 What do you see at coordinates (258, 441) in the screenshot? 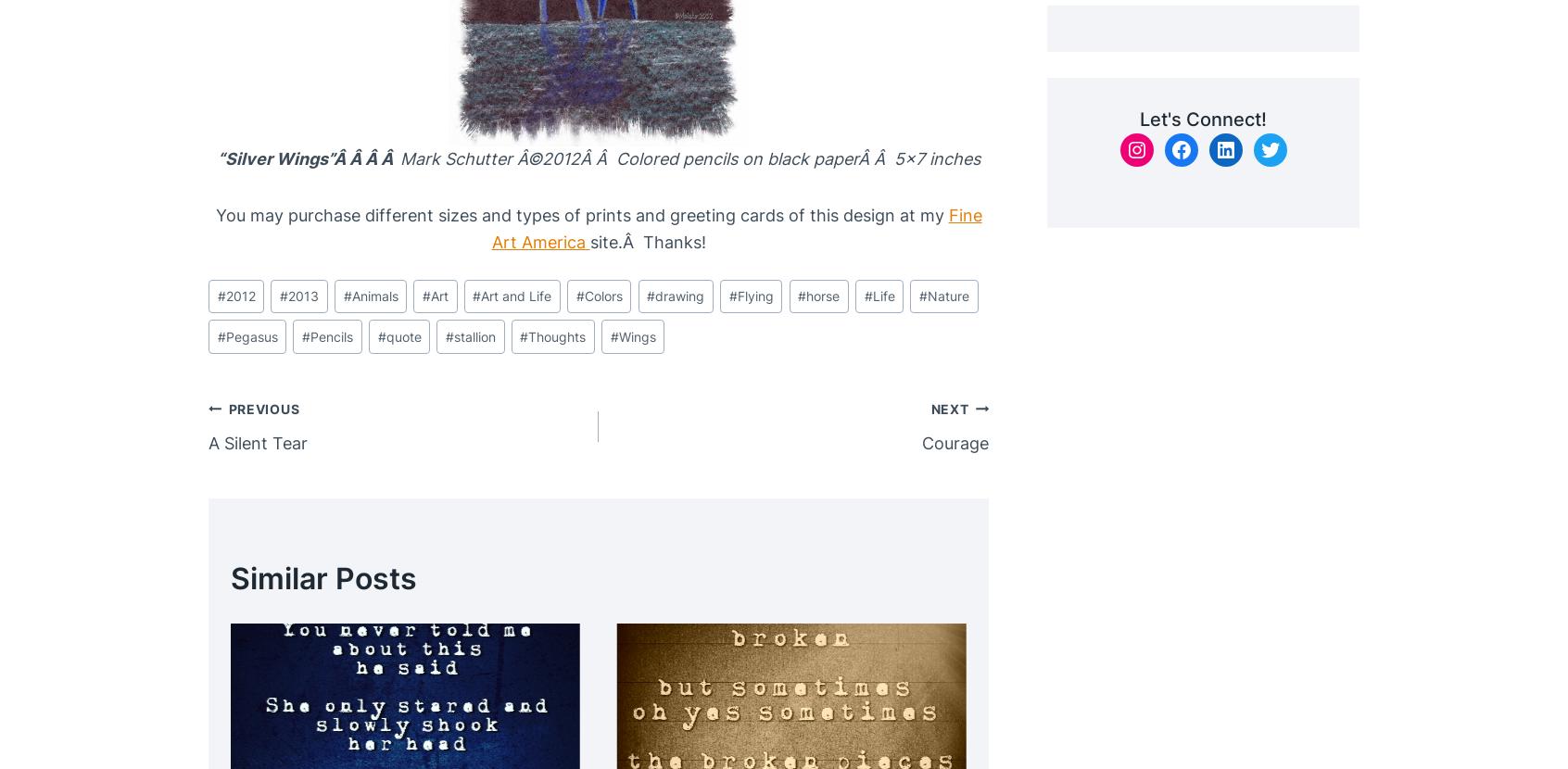
I see `'A Silent Tear'` at bounding box center [258, 441].